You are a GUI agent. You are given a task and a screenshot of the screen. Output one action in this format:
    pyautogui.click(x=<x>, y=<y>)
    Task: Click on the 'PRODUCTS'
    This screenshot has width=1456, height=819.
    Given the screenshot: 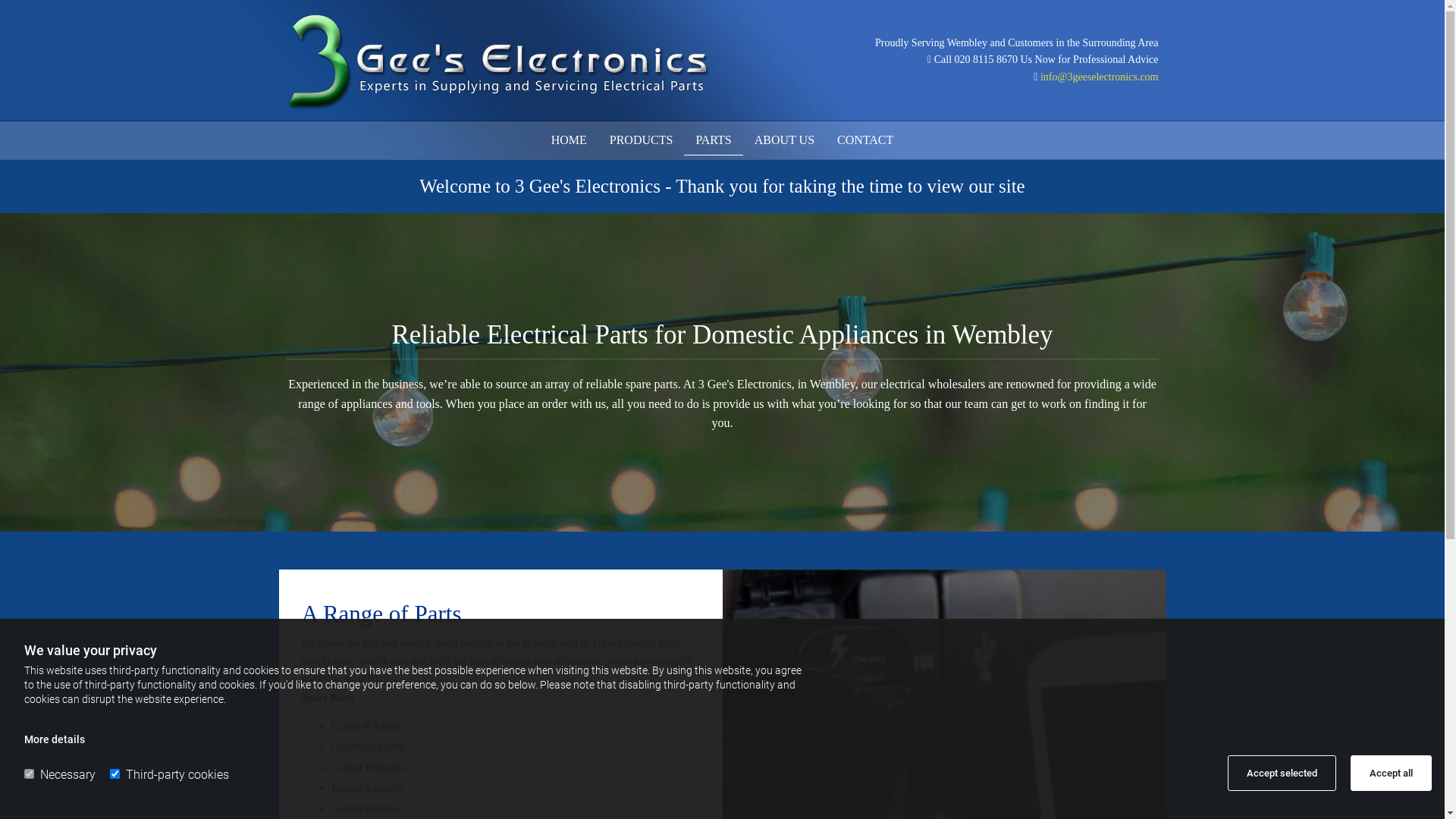 What is the action you would take?
    pyautogui.click(x=641, y=140)
    